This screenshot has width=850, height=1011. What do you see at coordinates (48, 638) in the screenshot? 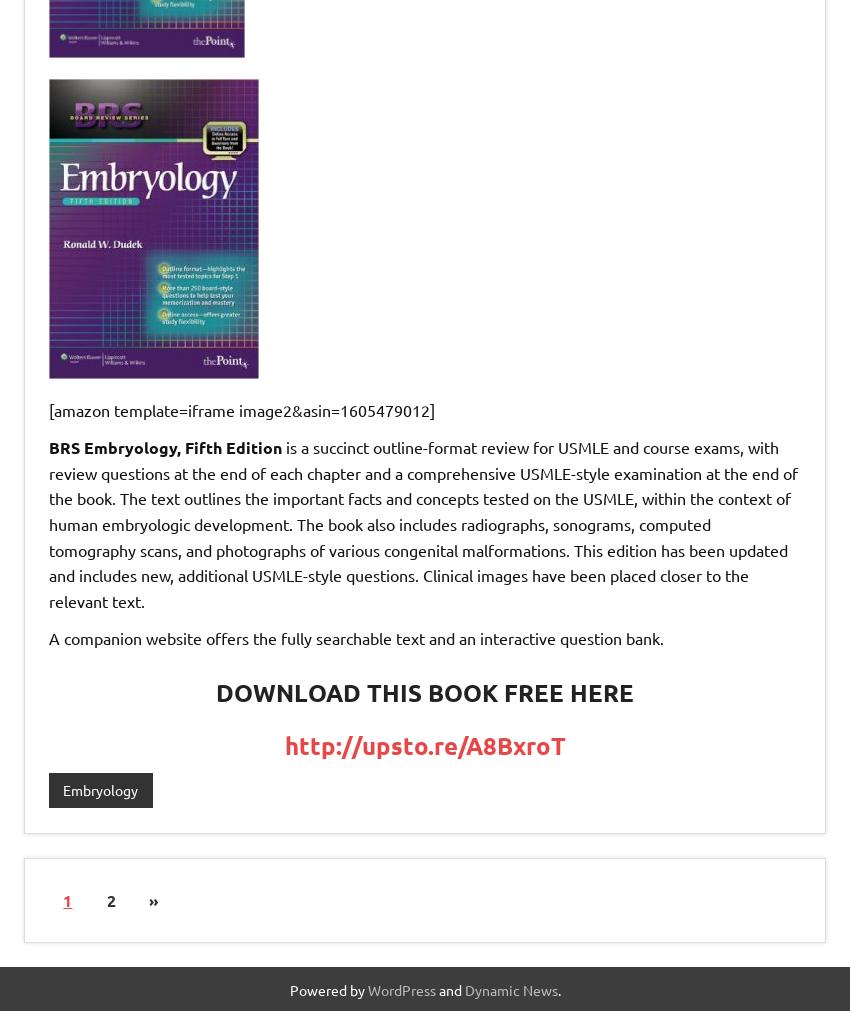
I see `'A companion website offers the fully searchable text and an interactive question bank.'` at bounding box center [48, 638].